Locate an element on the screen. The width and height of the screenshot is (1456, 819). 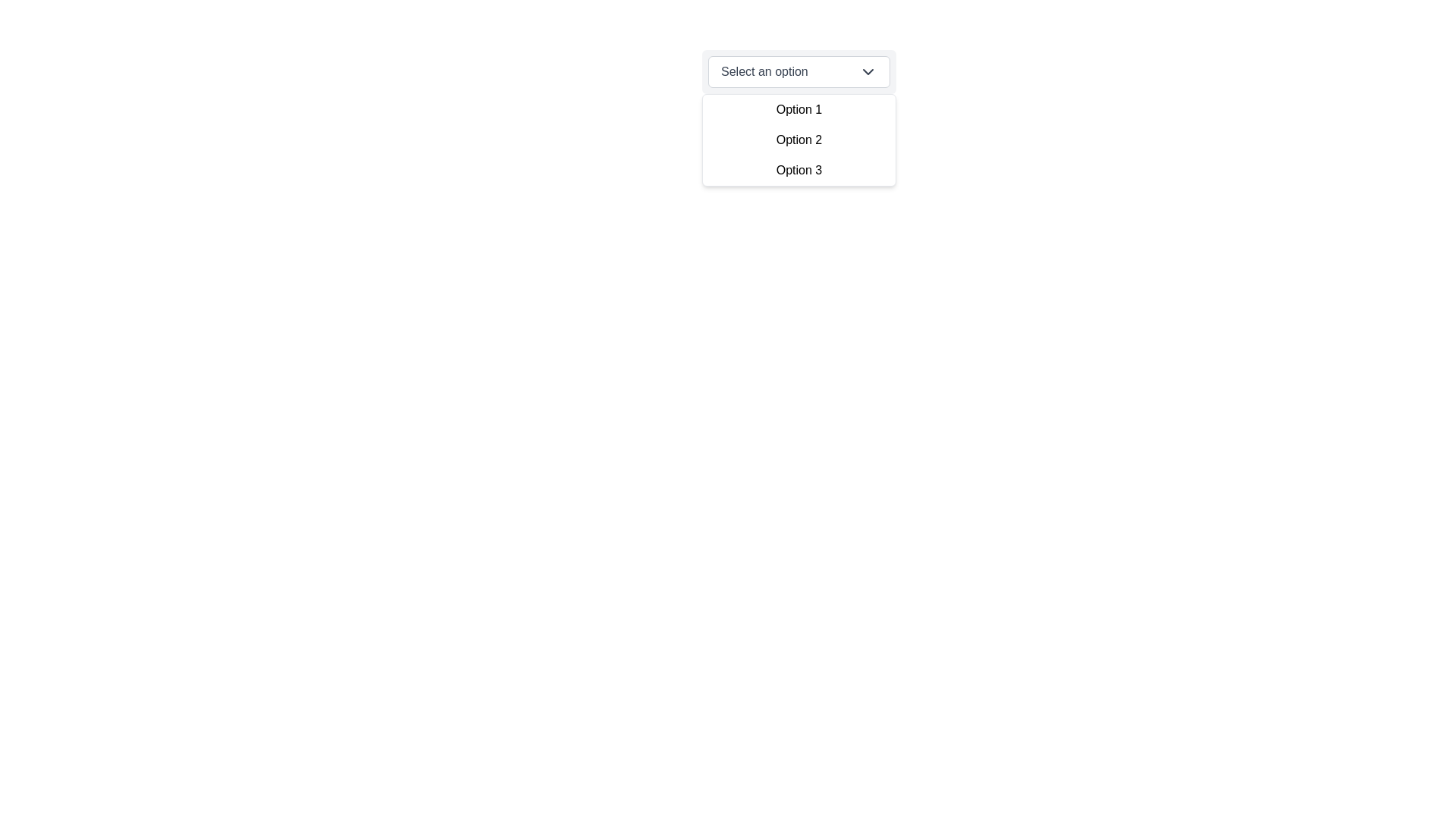
the 'Option 2' dropdown item is located at coordinates (799, 140).